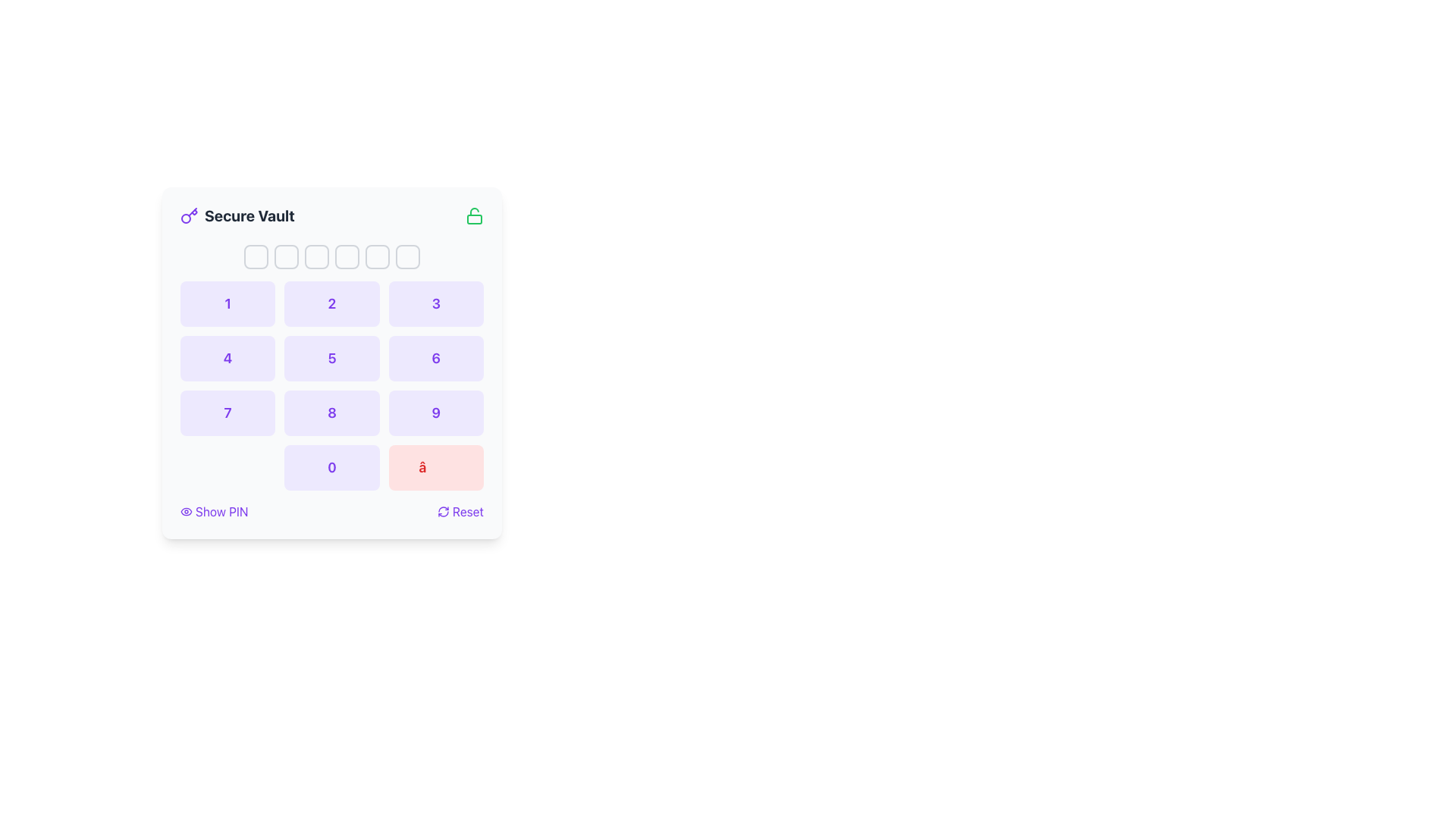 The width and height of the screenshot is (1456, 819). Describe the element at coordinates (435, 304) in the screenshot. I see `the numeric keypad button that inputs '3', located in the first row, third column of the button grid` at that location.